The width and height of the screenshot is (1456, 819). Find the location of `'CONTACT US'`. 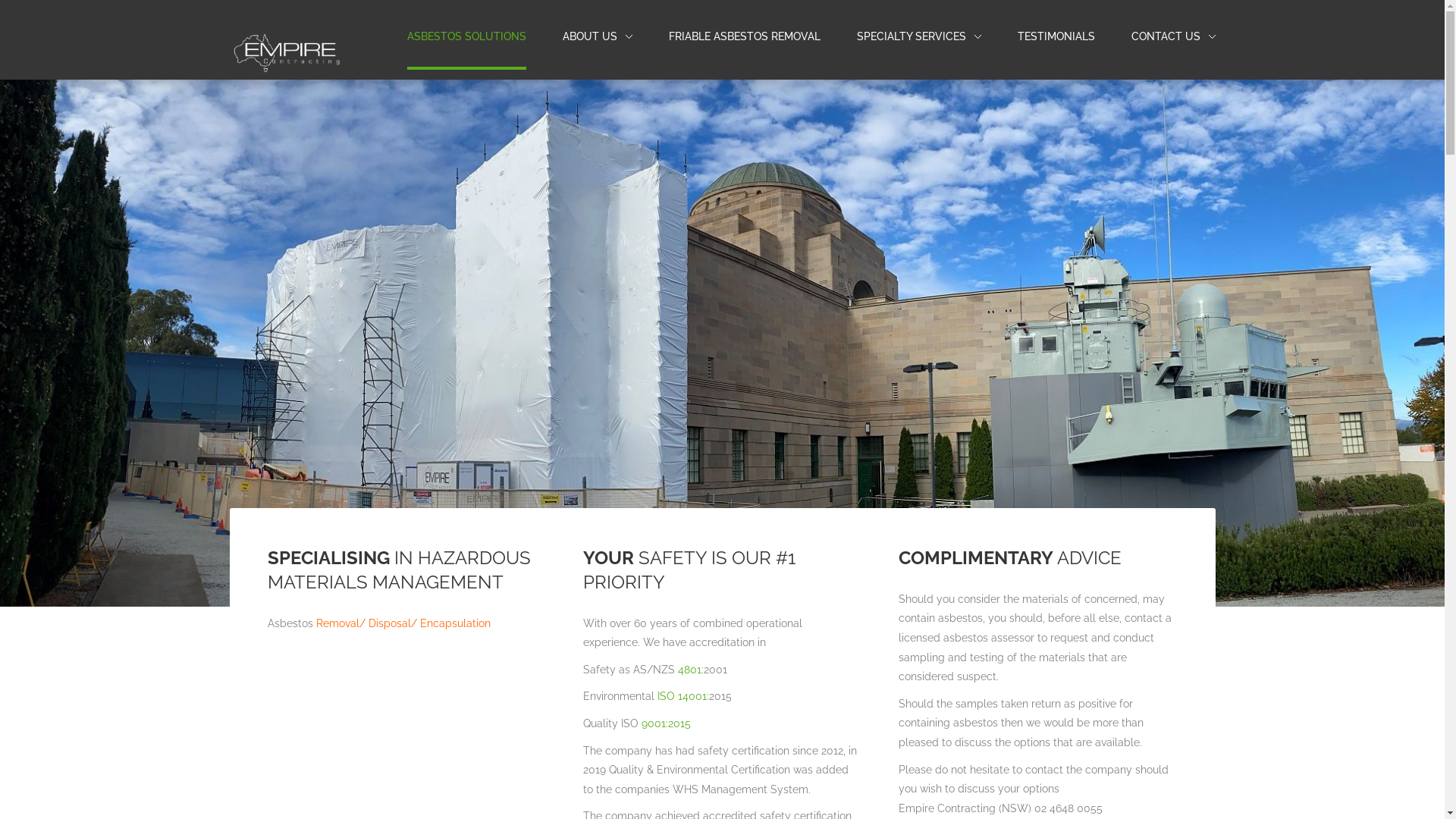

'CONTACT US' is located at coordinates (1172, 36).